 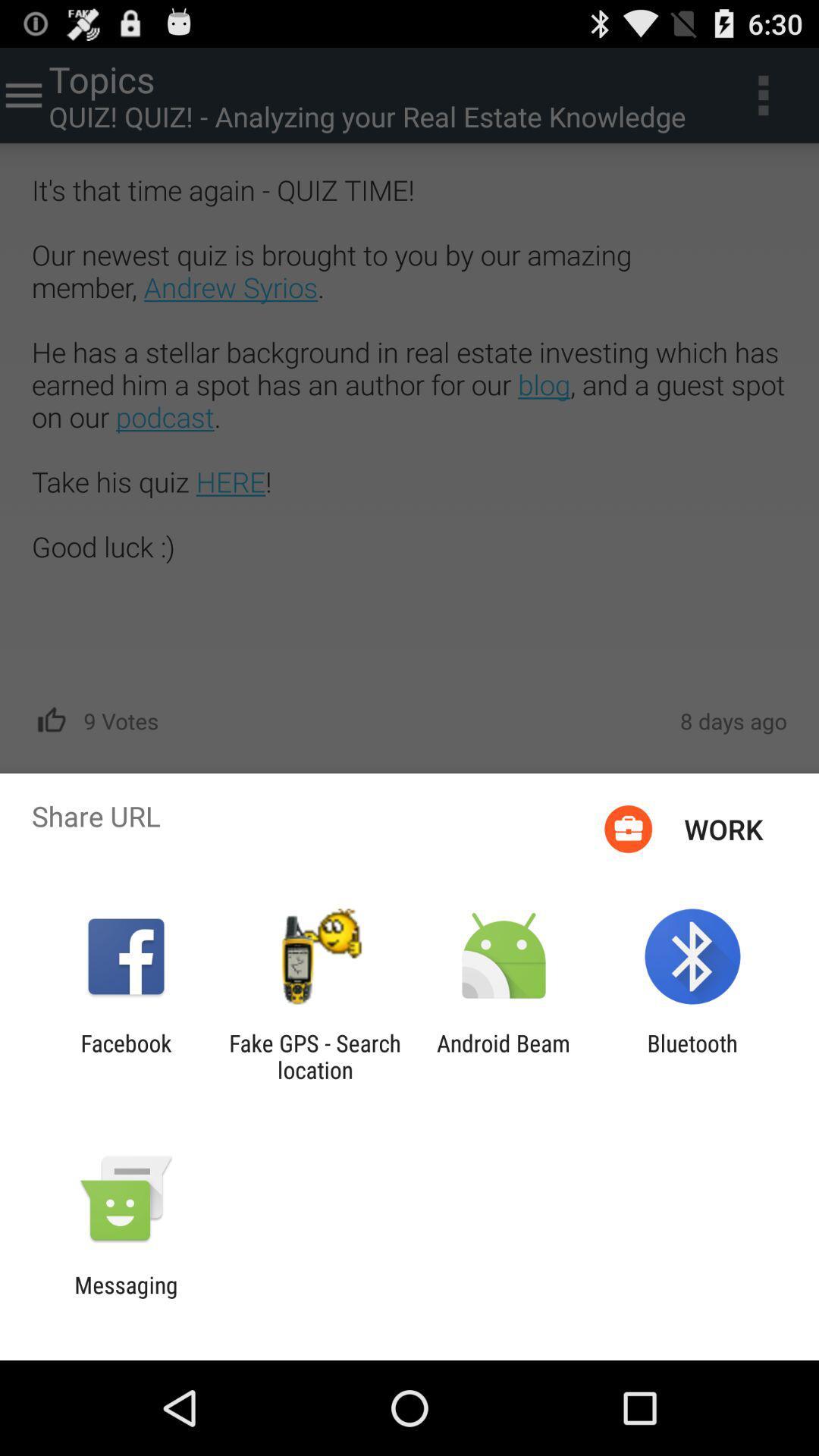 What do you see at coordinates (692, 1056) in the screenshot?
I see `the bluetooth app` at bounding box center [692, 1056].